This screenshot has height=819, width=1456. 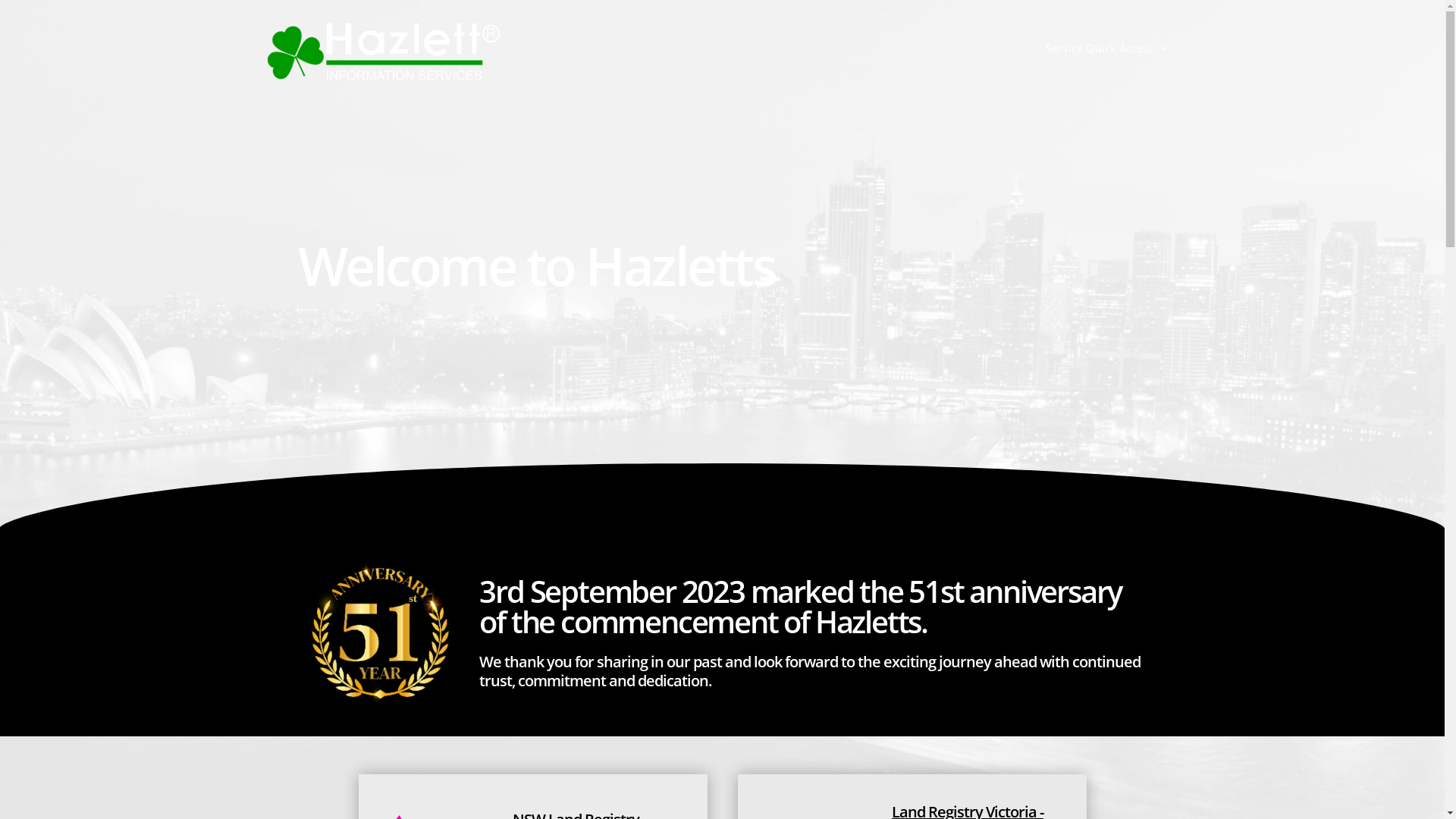 I want to click on 'Service Quick Access', so click(x=1106, y=46).